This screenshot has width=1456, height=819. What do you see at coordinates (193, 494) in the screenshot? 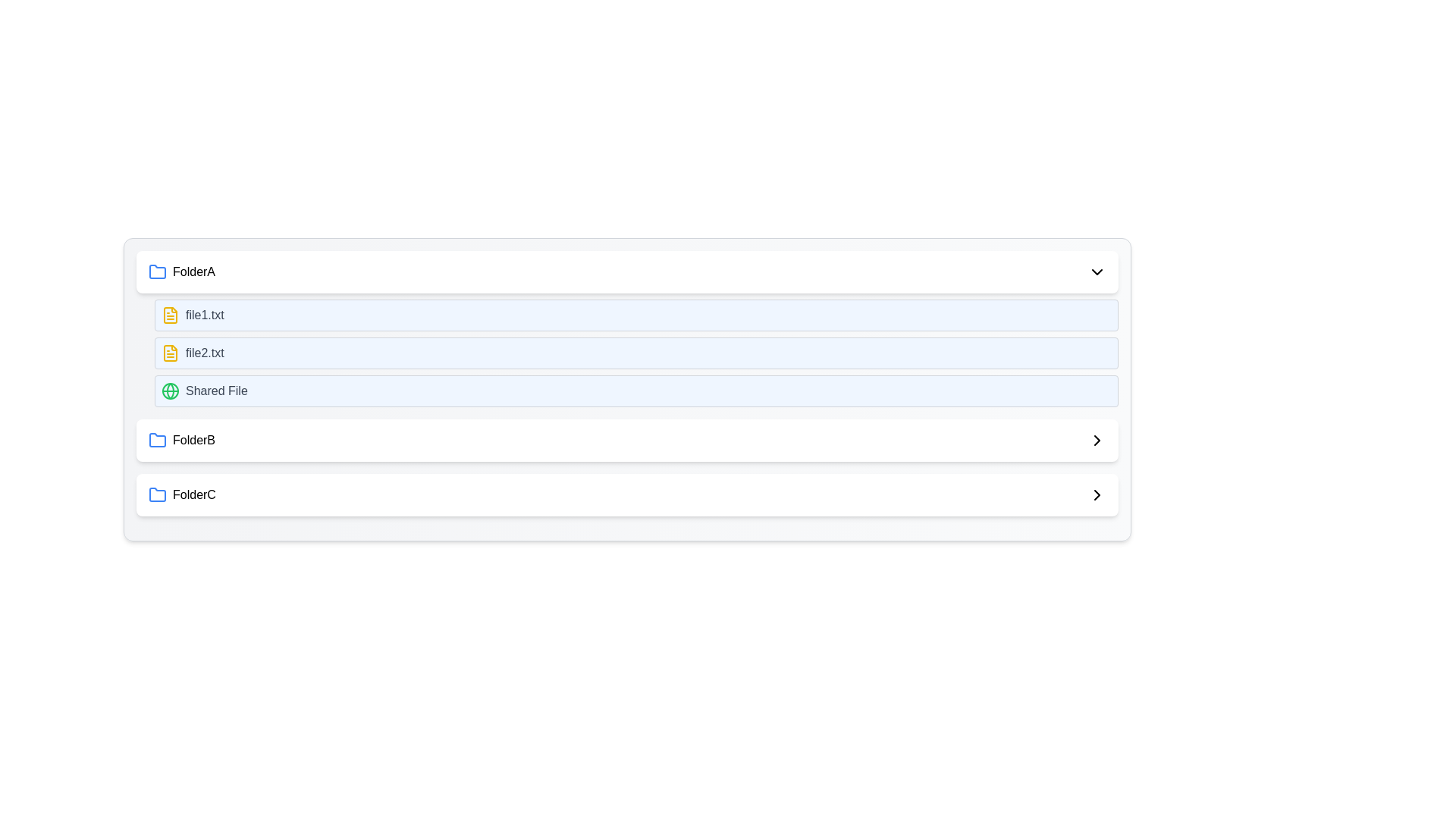
I see `the text label displaying 'FolderC', which is part of a folder management interface and positioned in the bottom row of a vertical list of folder entries` at bounding box center [193, 494].